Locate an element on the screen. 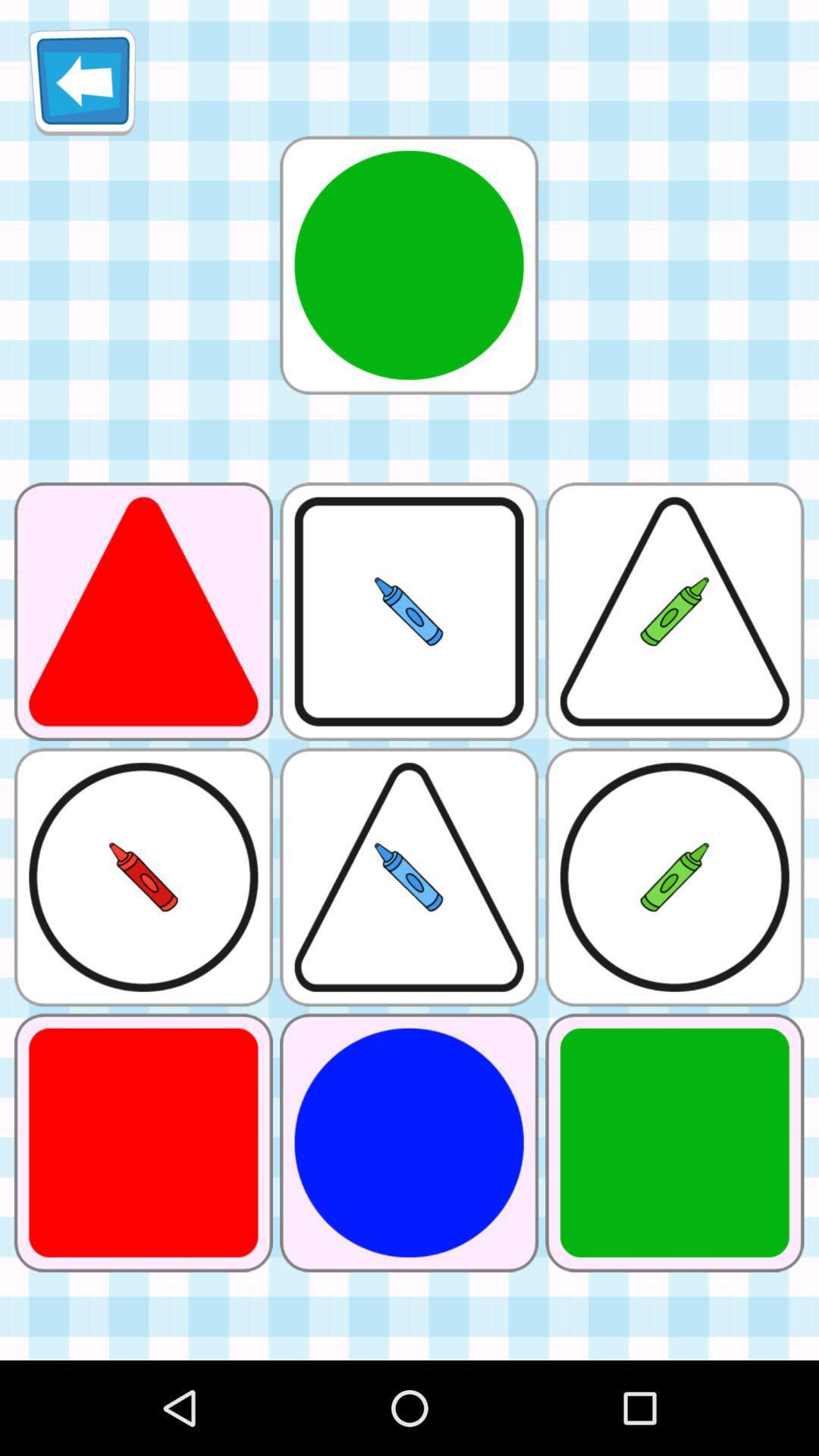 Image resolution: width=819 pixels, height=1456 pixels. the arrow_backward icon is located at coordinates (82, 87).